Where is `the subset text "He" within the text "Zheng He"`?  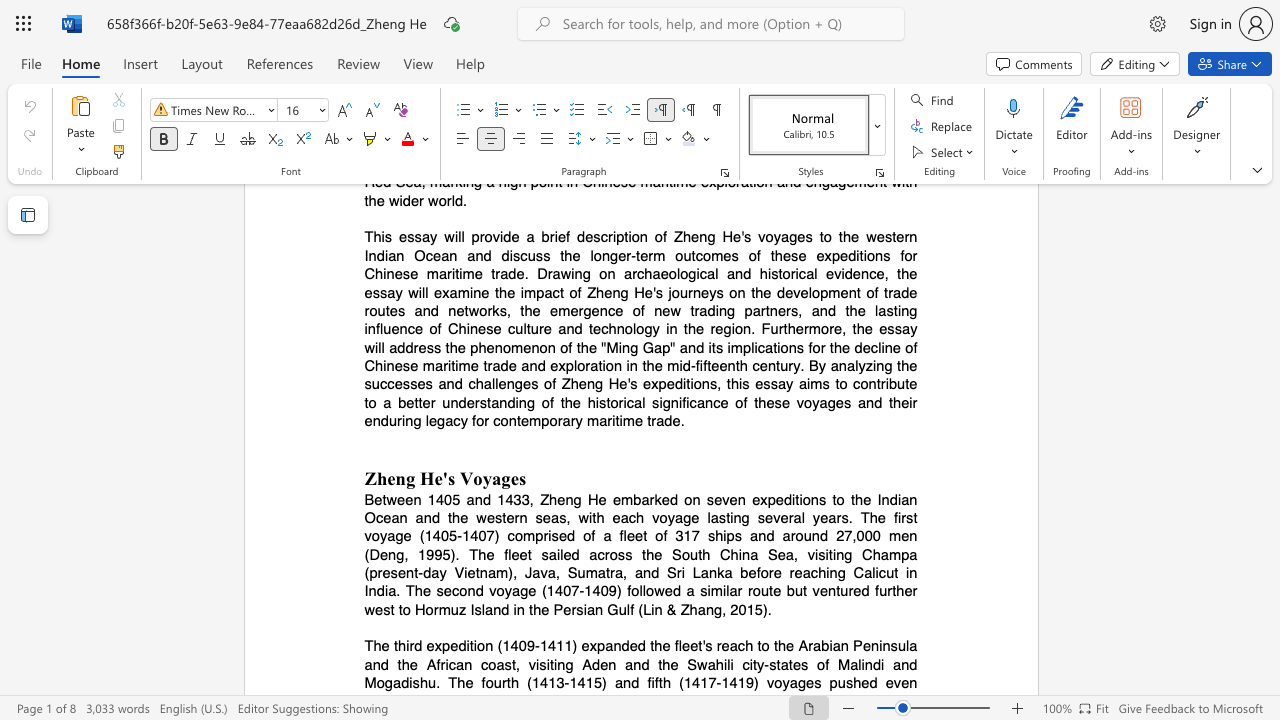
the subset text "He" within the text "Zheng He" is located at coordinates (418, 478).